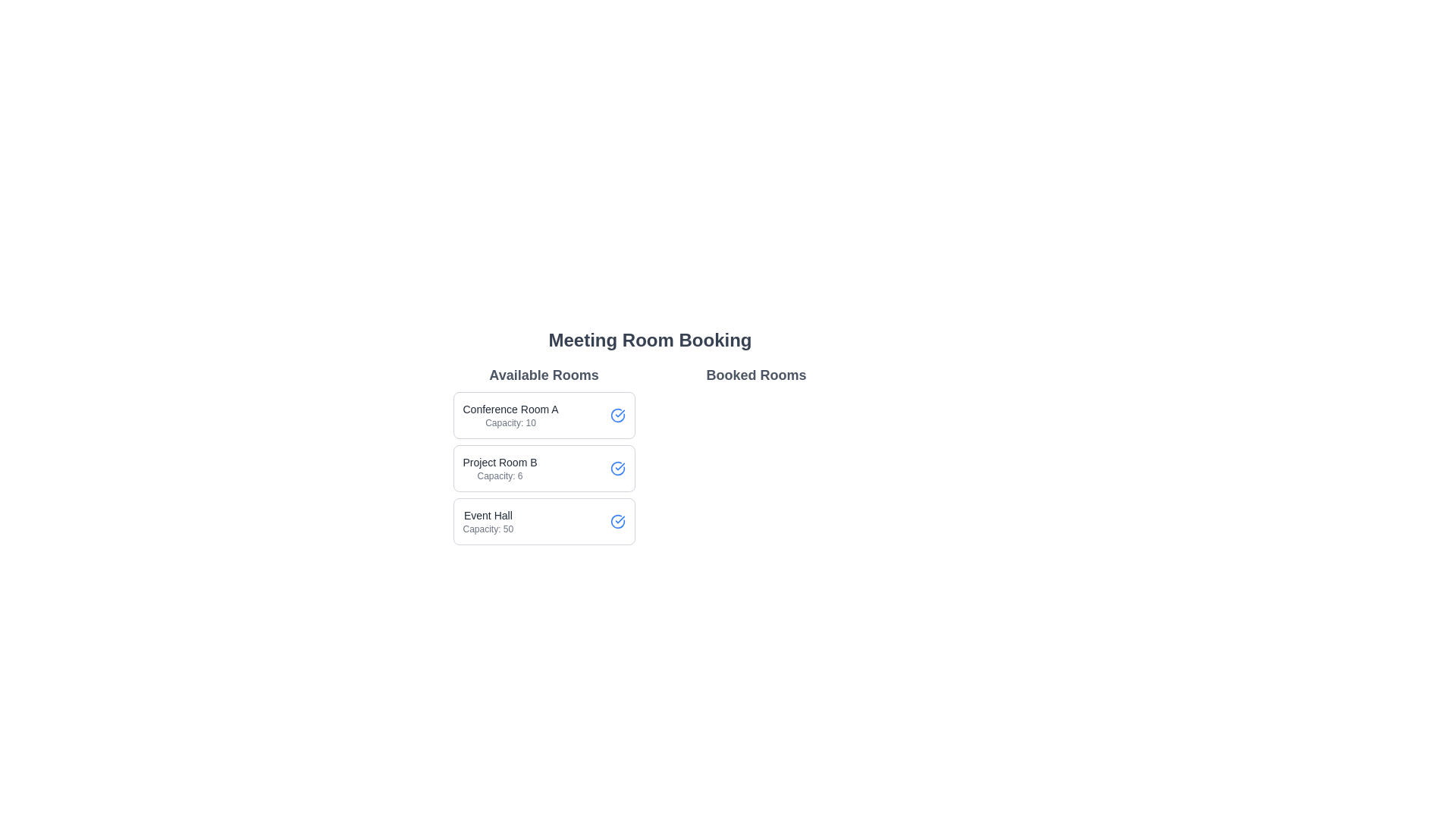 The width and height of the screenshot is (1456, 819). What do you see at coordinates (544, 415) in the screenshot?
I see `the 'Conference Room A' card` at bounding box center [544, 415].